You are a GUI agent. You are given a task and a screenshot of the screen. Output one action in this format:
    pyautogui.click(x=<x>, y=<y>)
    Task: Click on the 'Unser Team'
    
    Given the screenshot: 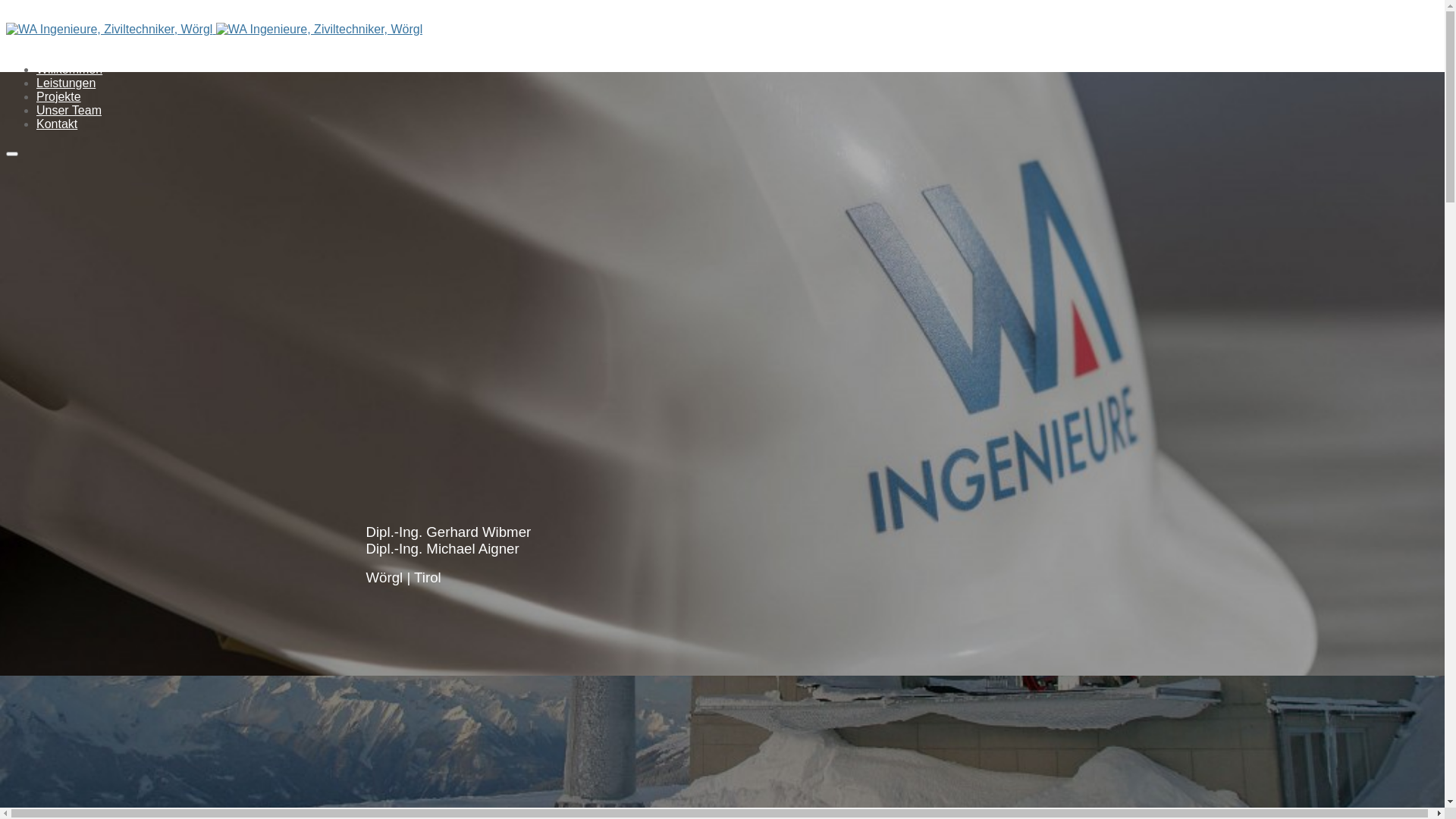 What is the action you would take?
    pyautogui.click(x=68, y=109)
    